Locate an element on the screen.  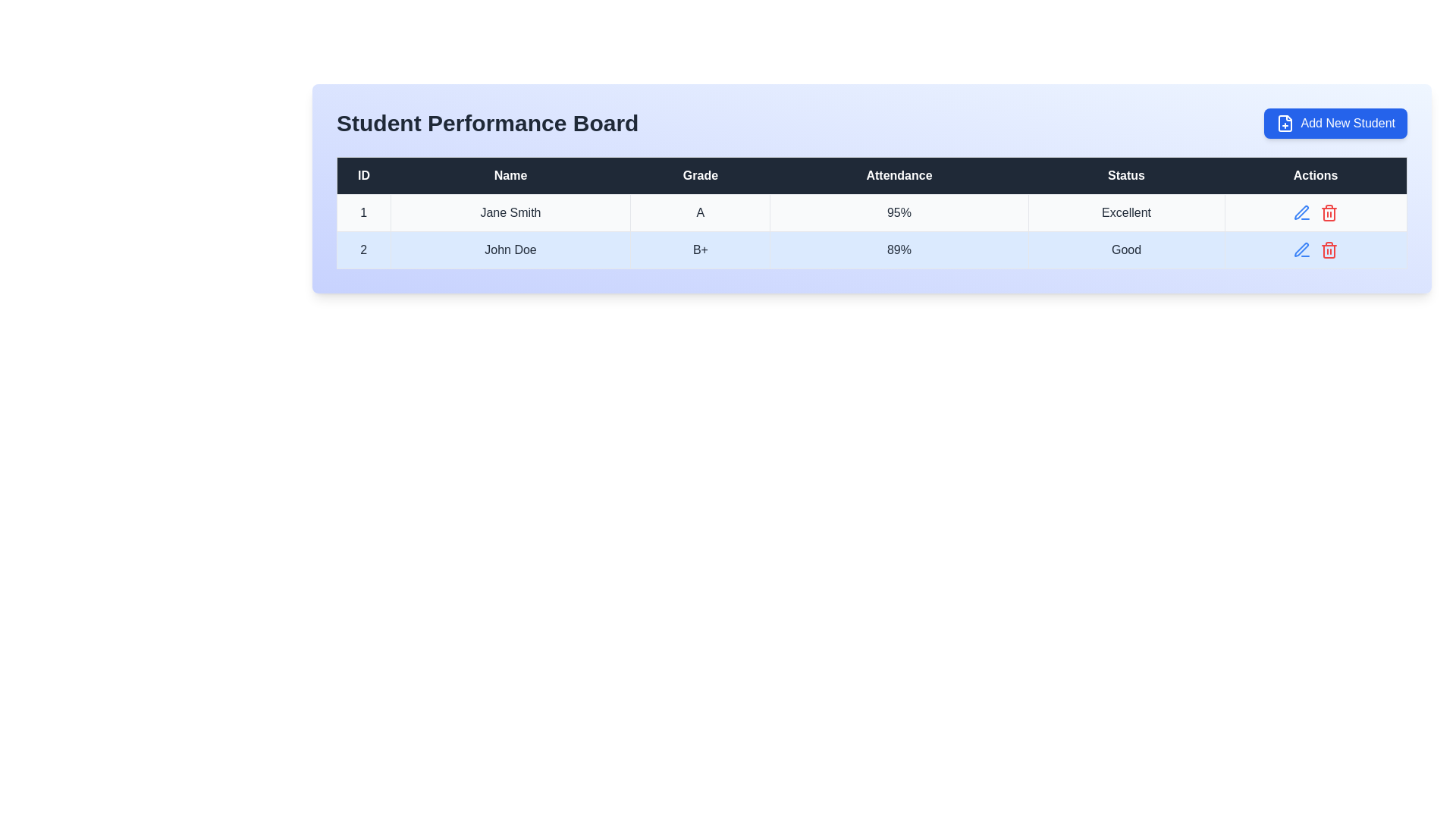
the static text element displaying 'Good' for the student 'John Doe' in the 'Status' column of the 'Student Performance Board' table is located at coordinates (1126, 249).